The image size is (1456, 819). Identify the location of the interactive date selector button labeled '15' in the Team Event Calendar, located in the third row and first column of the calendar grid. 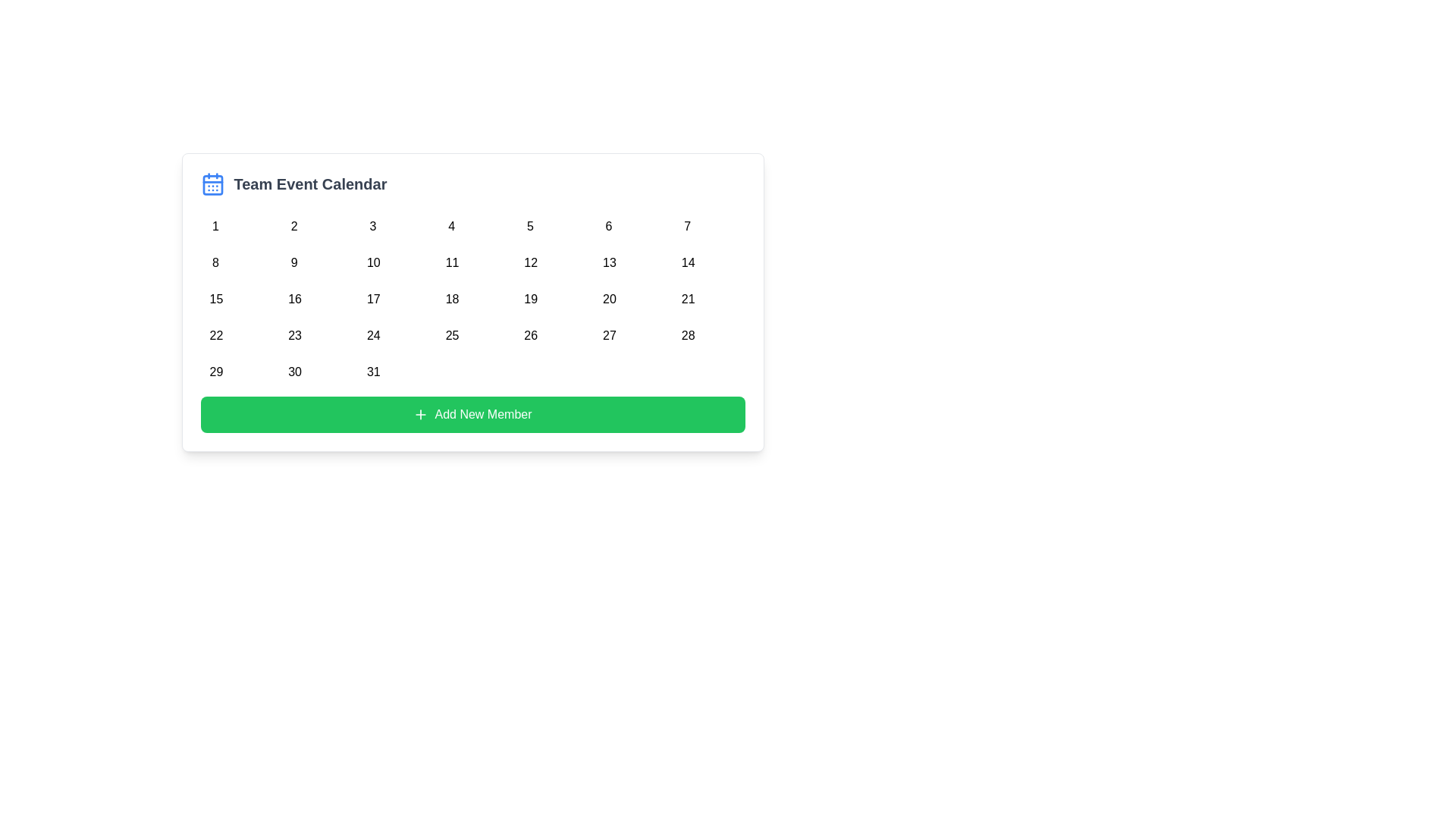
(215, 296).